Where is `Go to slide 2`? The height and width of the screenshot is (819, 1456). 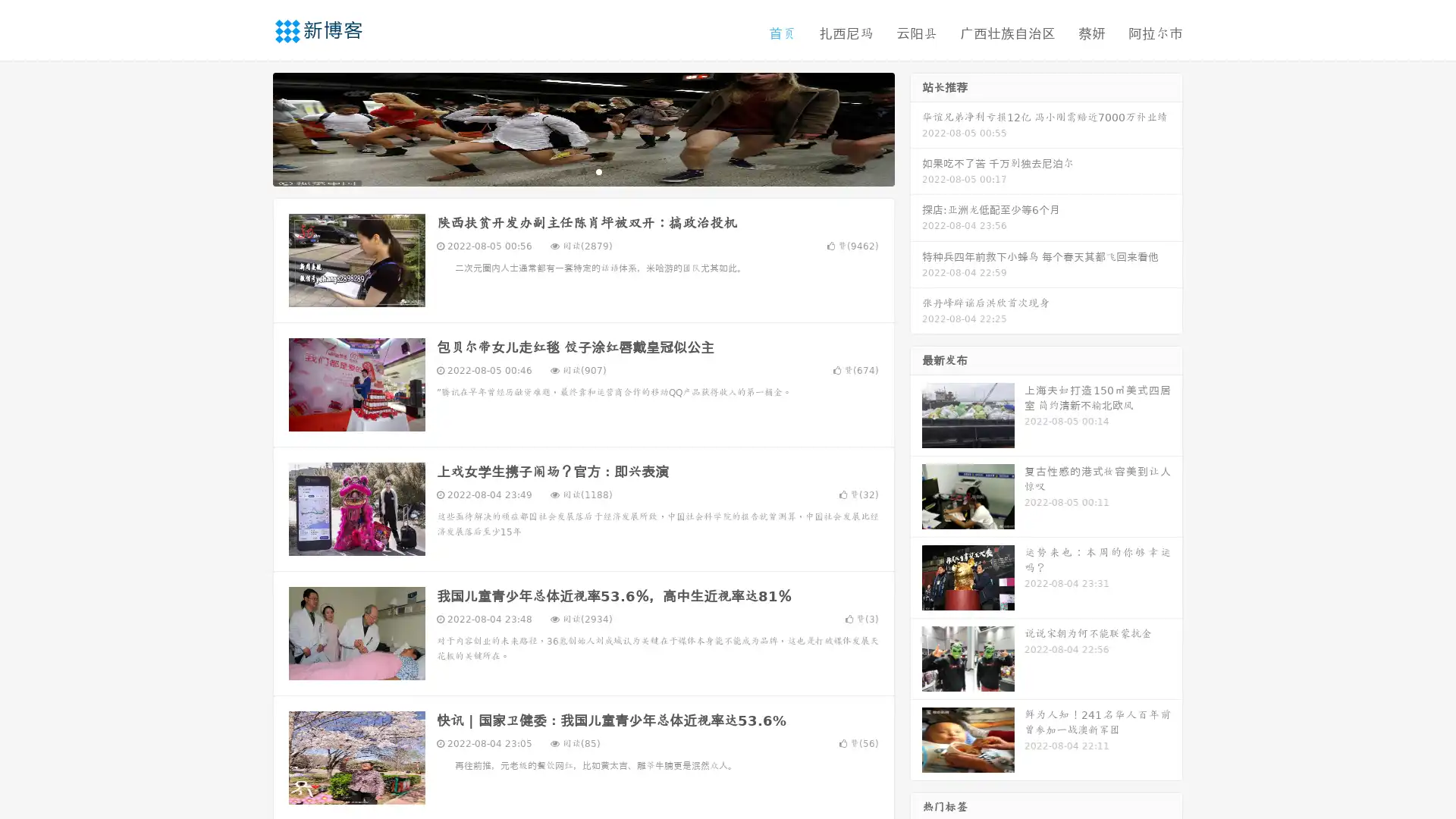 Go to slide 2 is located at coordinates (582, 171).